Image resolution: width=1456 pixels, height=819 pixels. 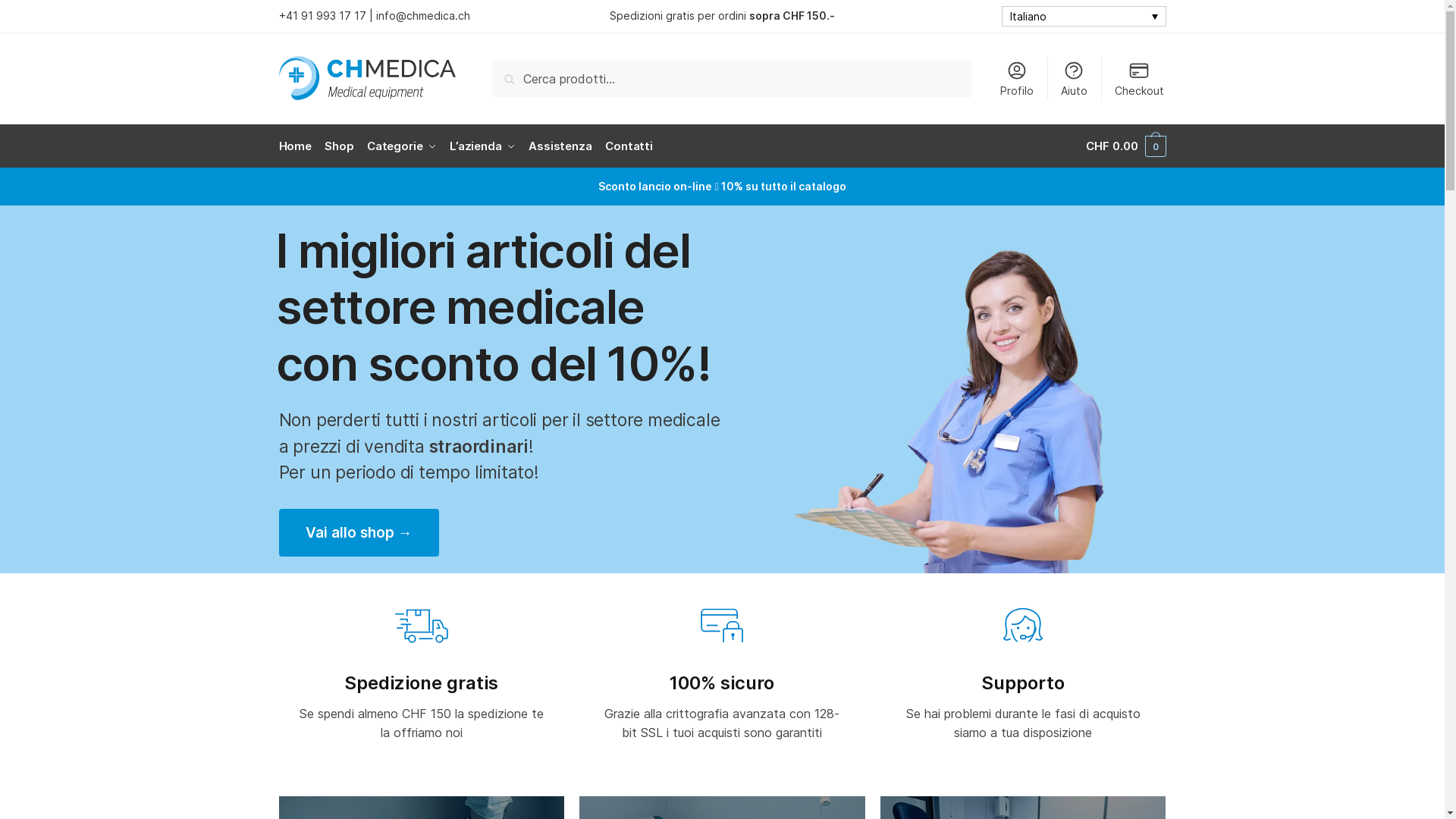 I want to click on 'Assistenza', so click(x=522, y=146).